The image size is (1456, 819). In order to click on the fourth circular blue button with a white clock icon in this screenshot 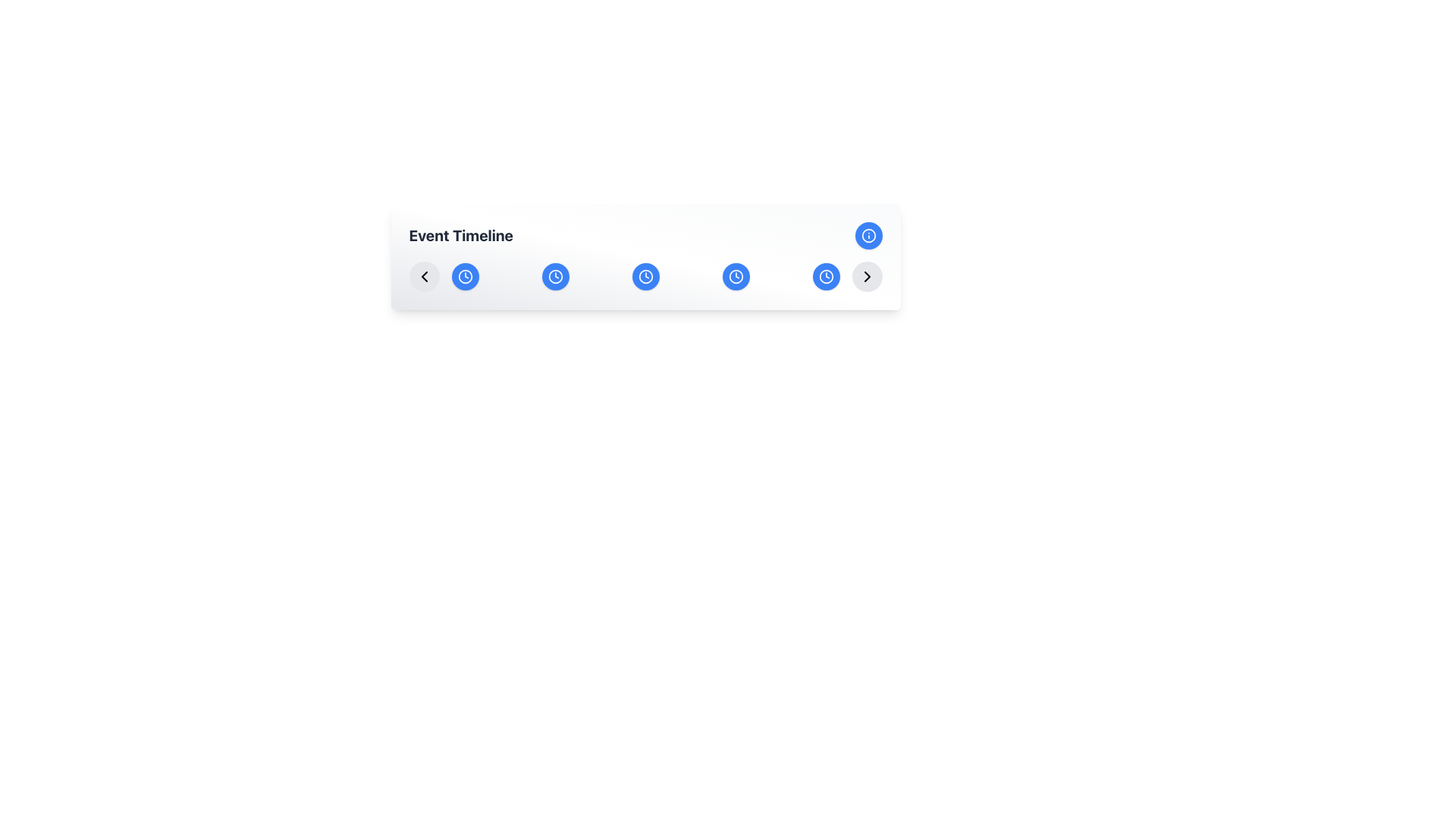, I will do `click(736, 277)`.